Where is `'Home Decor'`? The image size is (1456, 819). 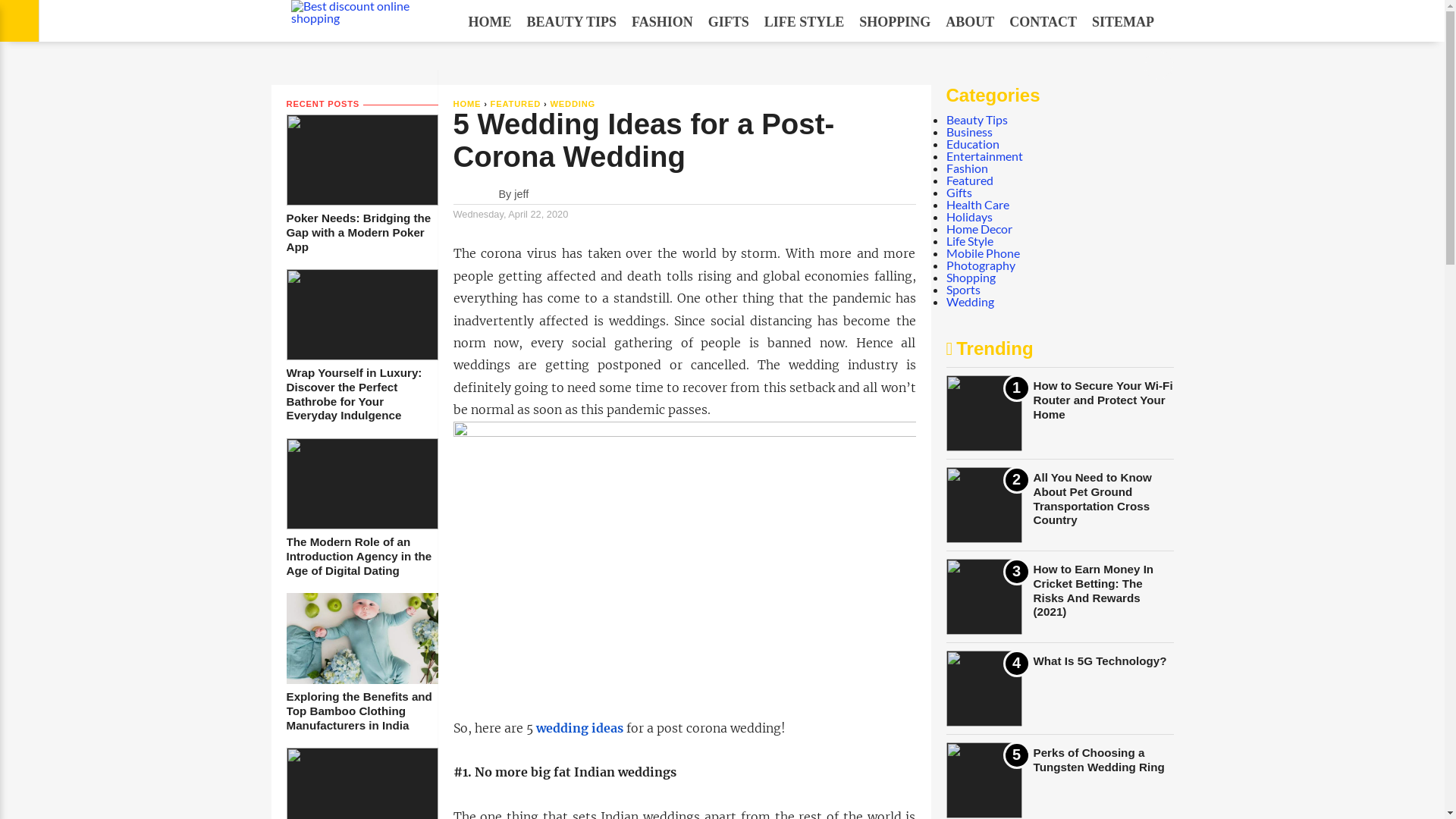 'Home Decor' is located at coordinates (979, 228).